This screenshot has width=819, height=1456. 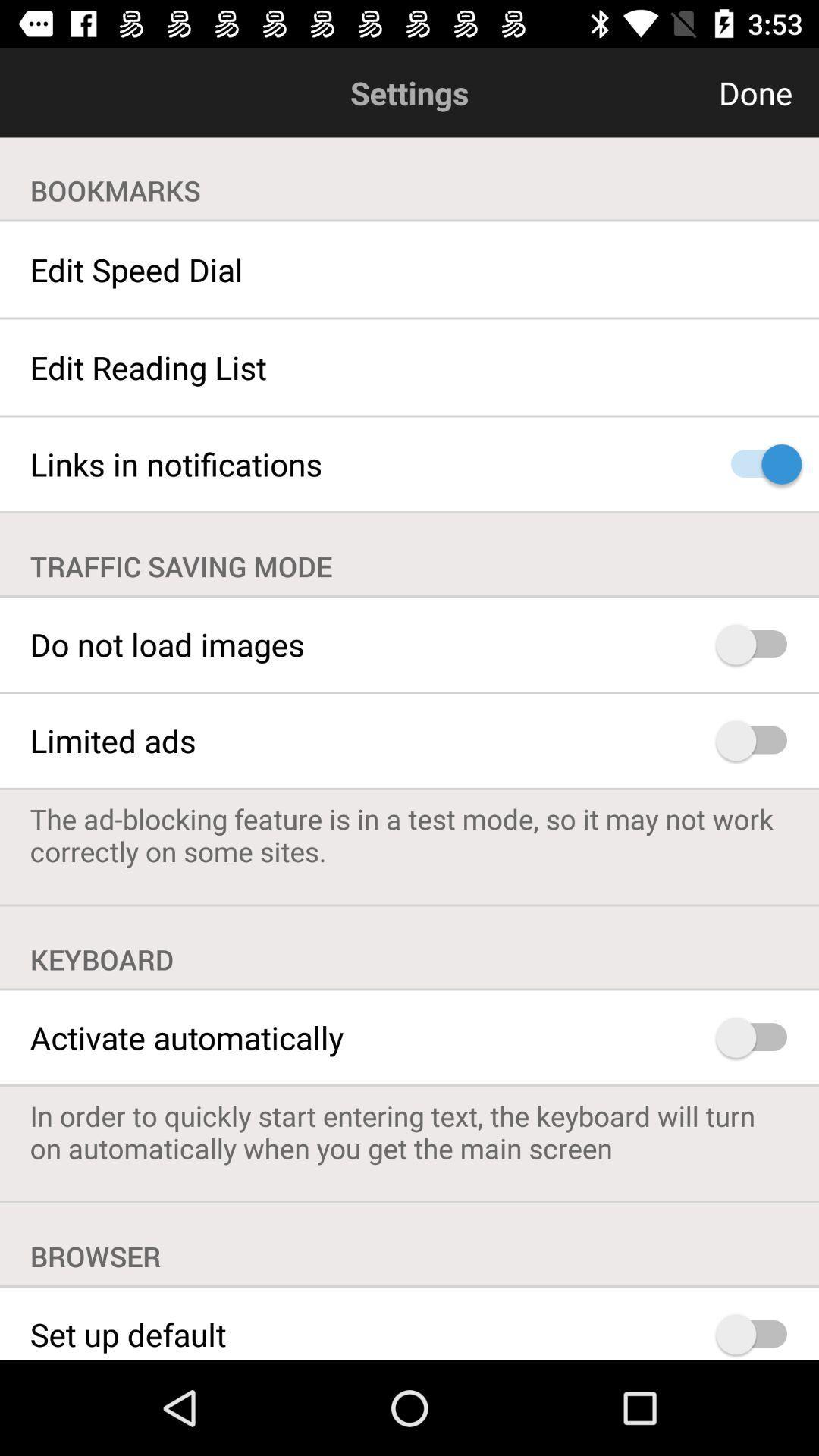 What do you see at coordinates (681, 92) in the screenshot?
I see `the done item` at bounding box center [681, 92].